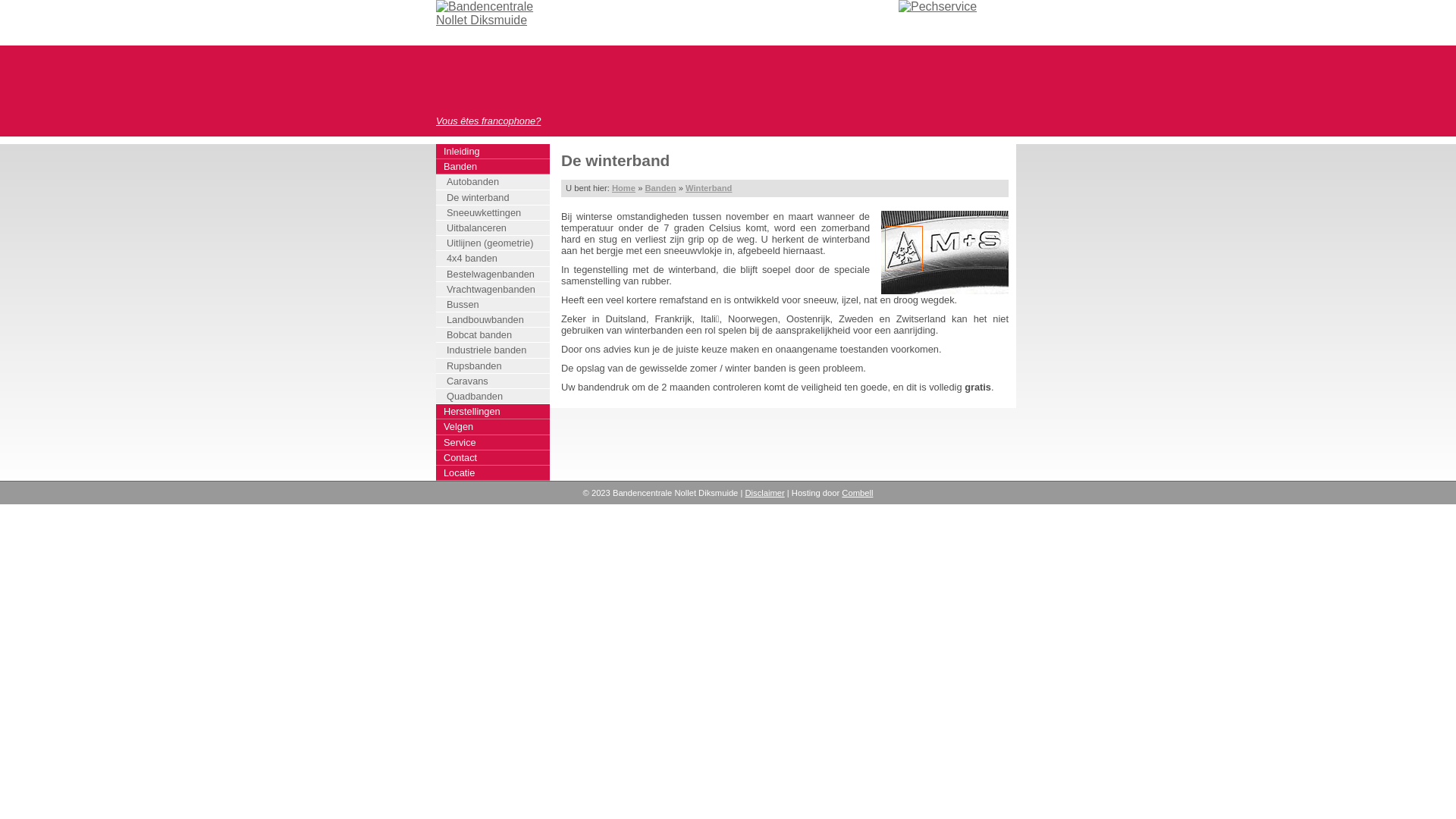  Describe the element at coordinates (494, 213) in the screenshot. I see `'Sneeuwkettingen'` at that location.